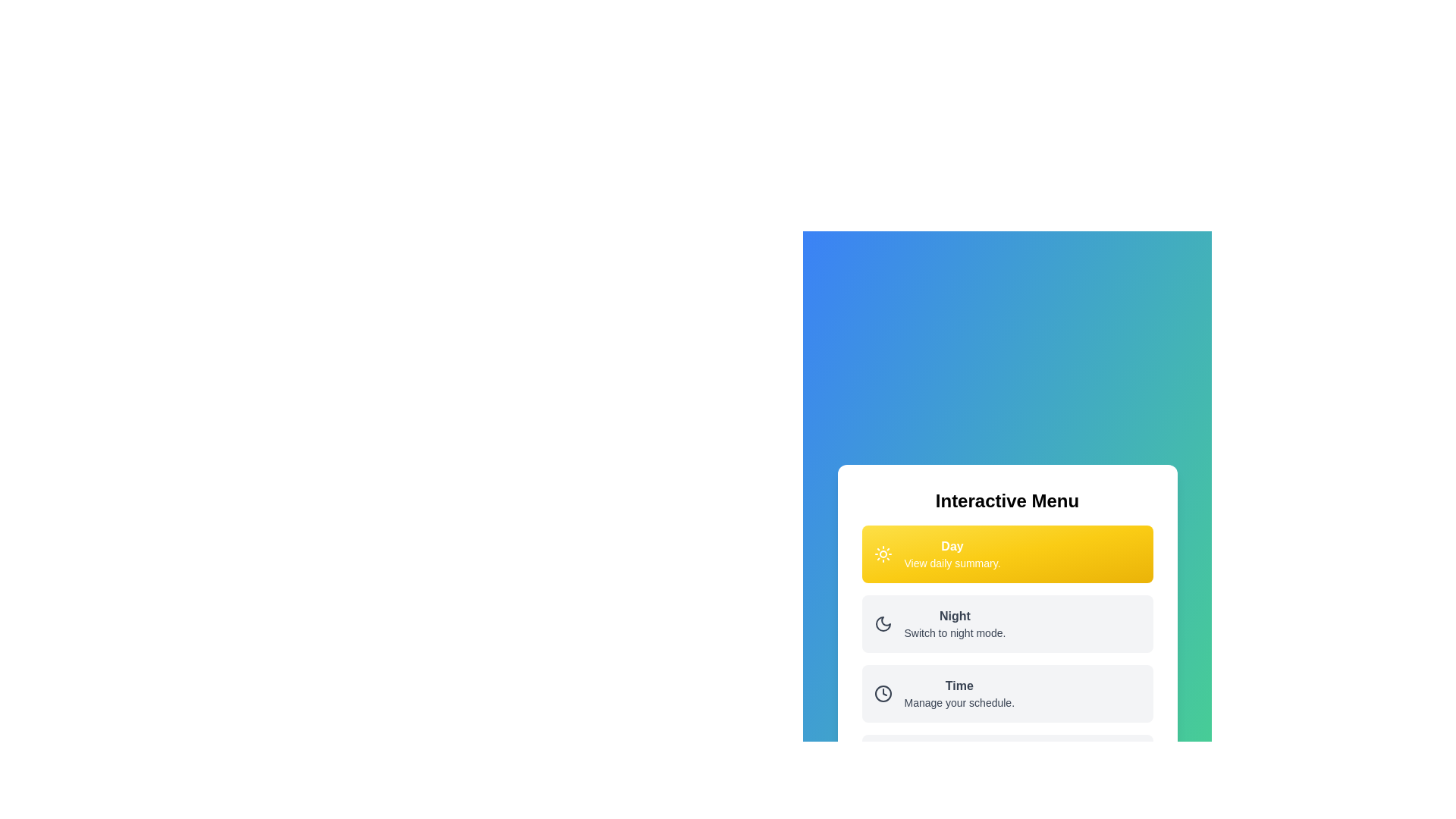 This screenshot has height=819, width=1456. What do you see at coordinates (1007, 623) in the screenshot?
I see `the menu option Night to activate it` at bounding box center [1007, 623].